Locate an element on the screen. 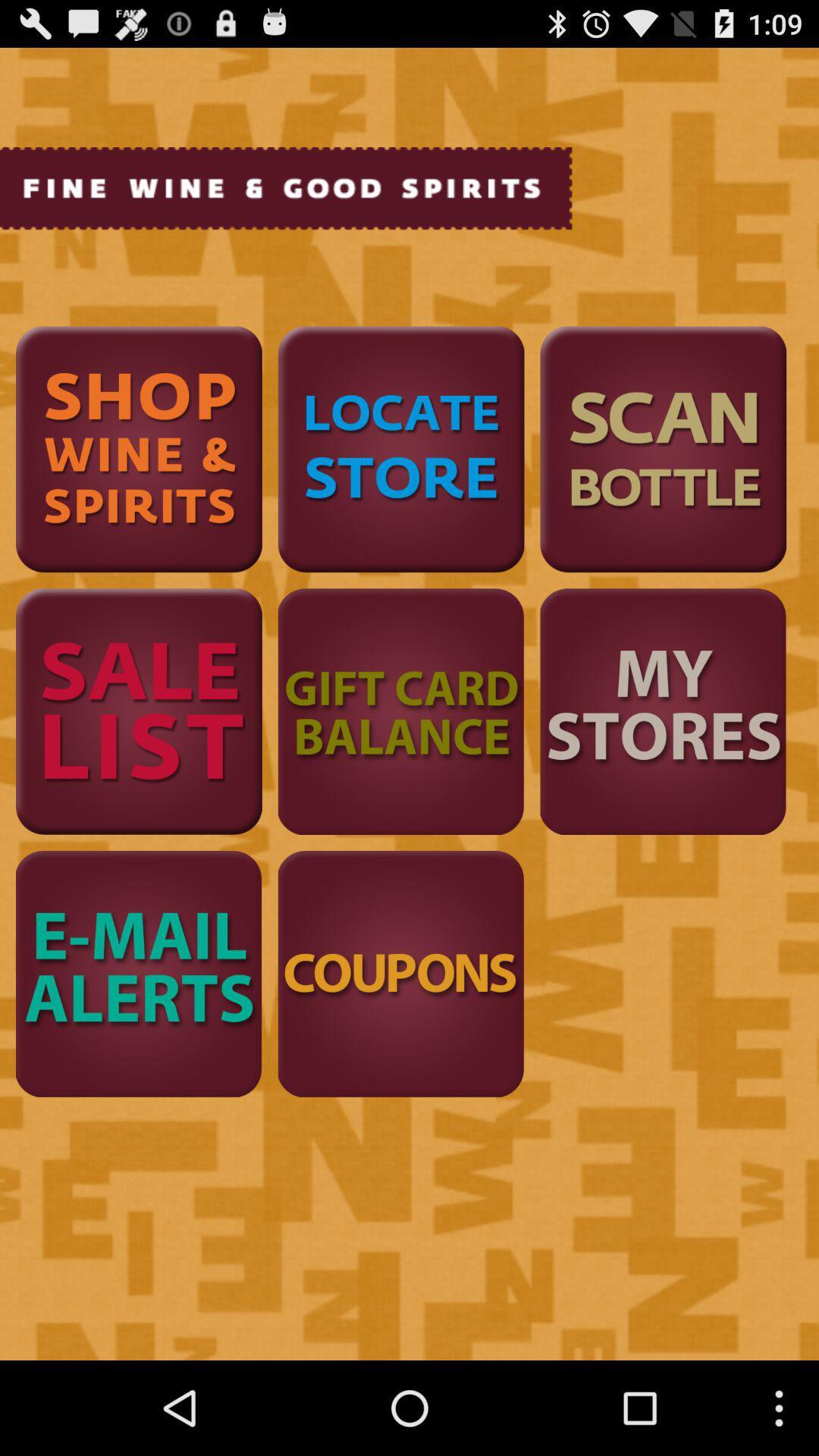 The width and height of the screenshot is (819, 1456). shop wine and spirits is located at coordinates (139, 448).